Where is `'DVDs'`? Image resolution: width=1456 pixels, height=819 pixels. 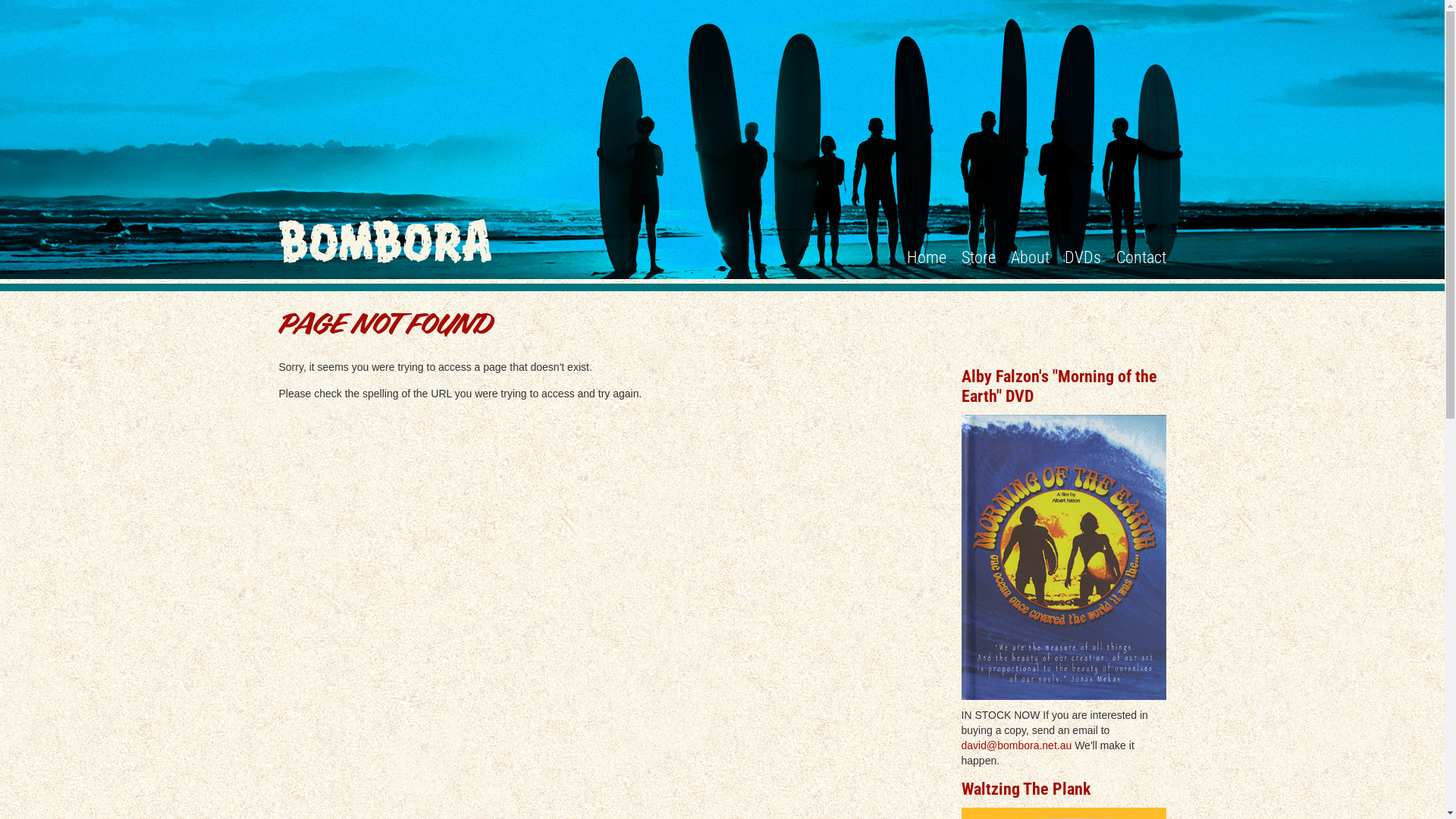
'DVDs' is located at coordinates (1081, 256).